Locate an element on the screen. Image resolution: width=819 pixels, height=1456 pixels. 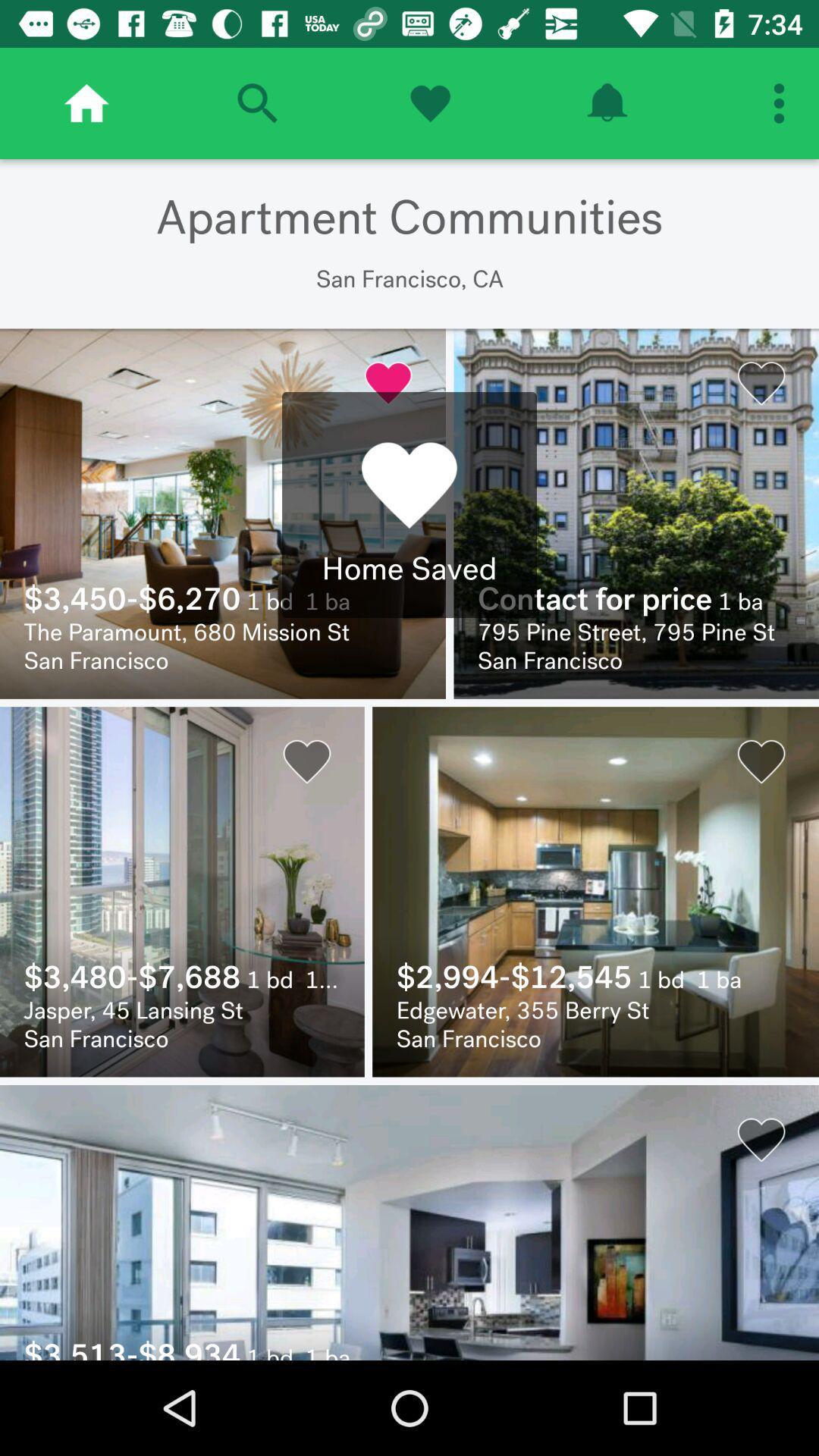
open favorites menu is located at coordinates (430, 102).